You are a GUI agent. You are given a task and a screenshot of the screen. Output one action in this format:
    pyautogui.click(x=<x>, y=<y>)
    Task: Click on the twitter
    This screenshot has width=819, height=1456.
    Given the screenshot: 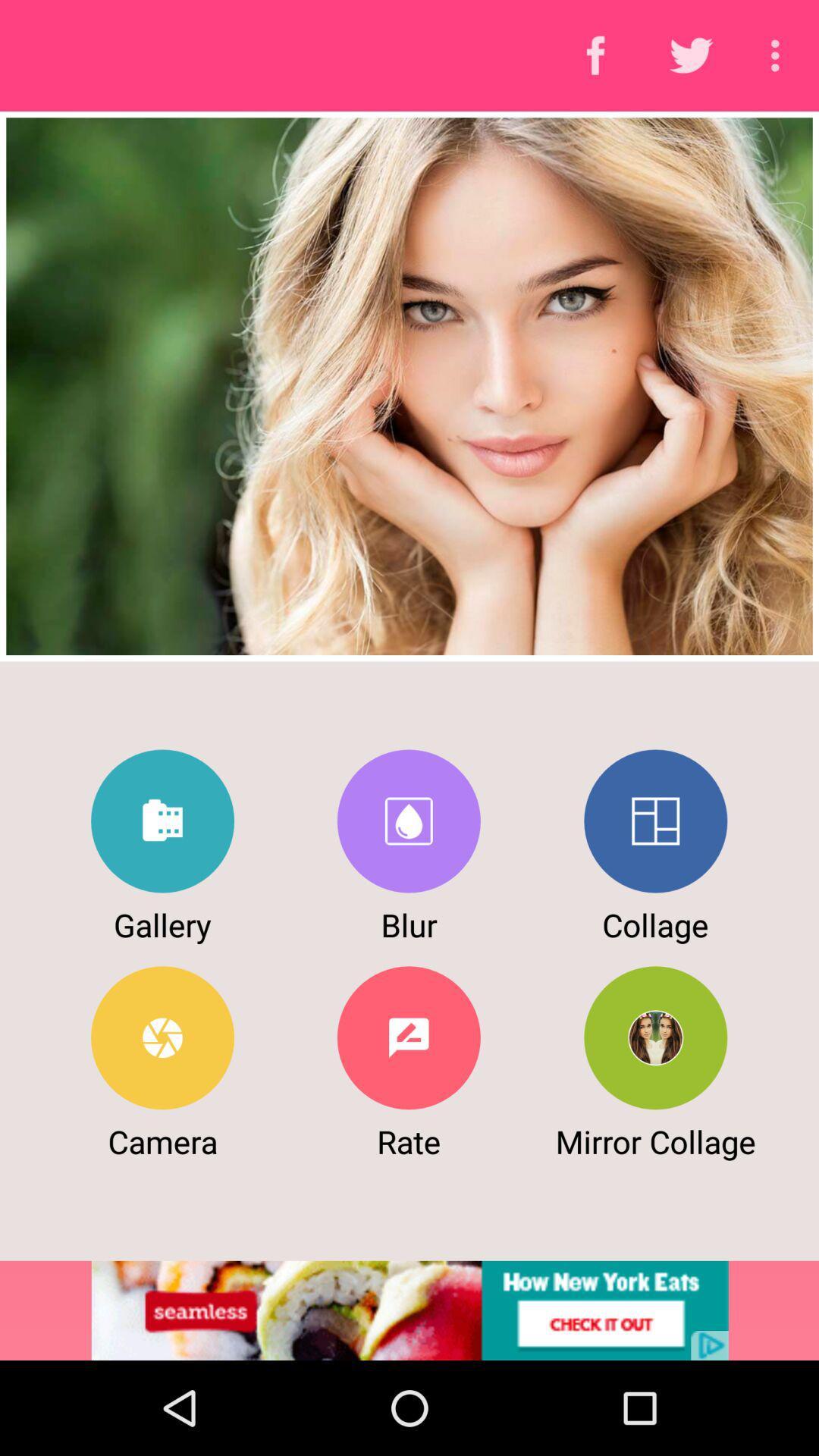 What is the action you would take?
    pyautogui.click(x=162, y=821)
    